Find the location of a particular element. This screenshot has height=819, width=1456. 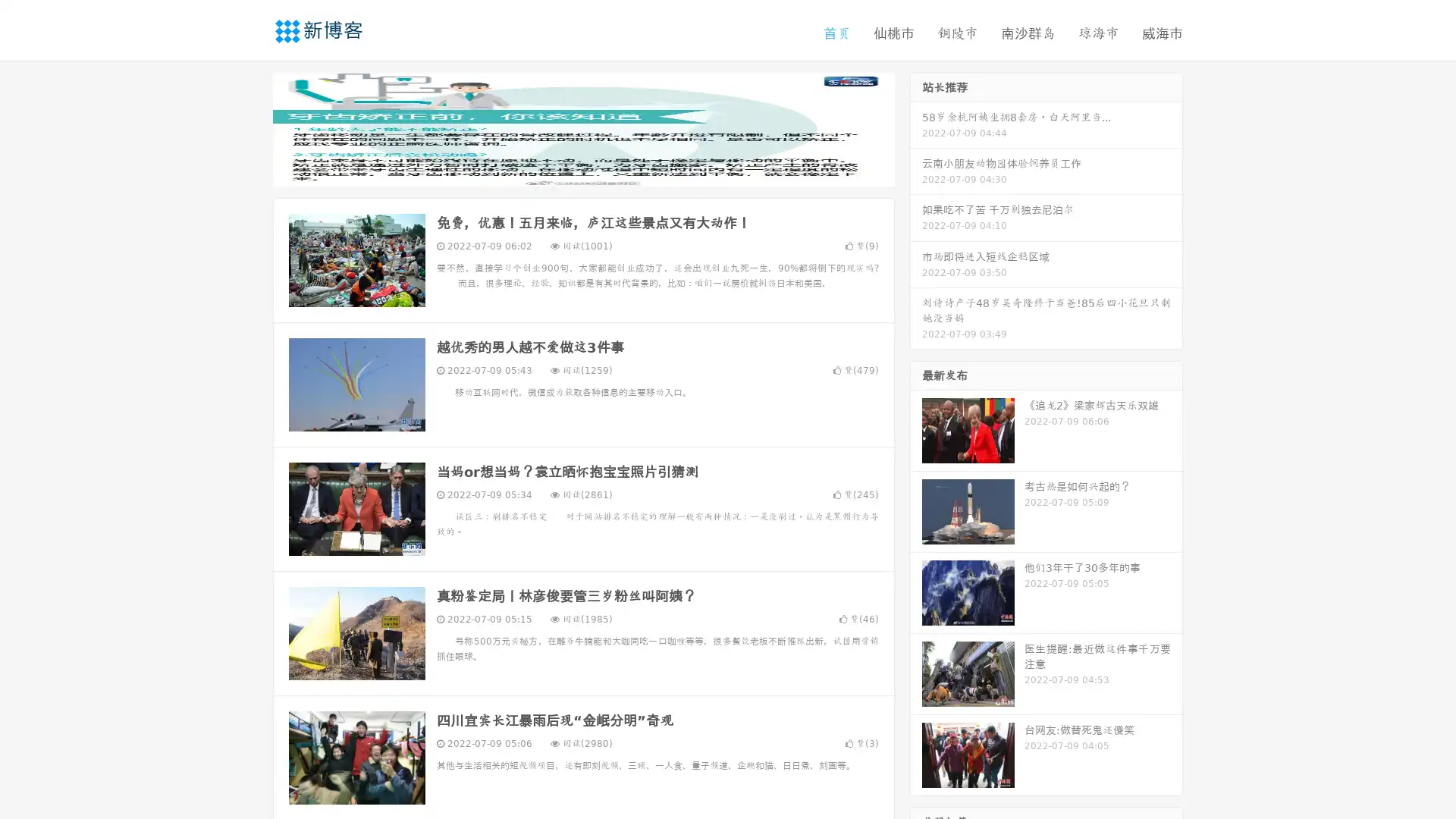

Go to slide 2 is located at coordinates (582, 171).